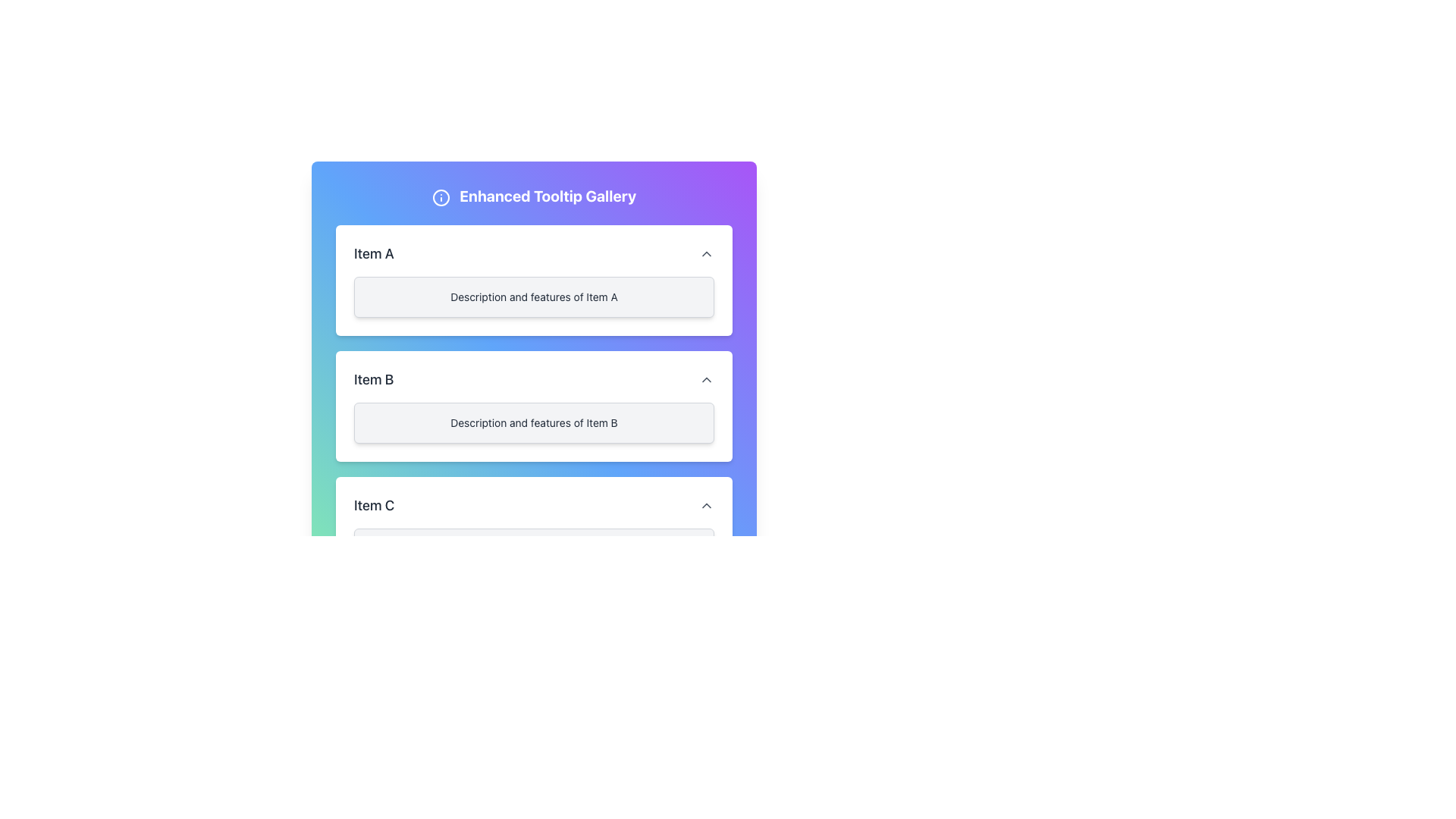 The height and width of the screenshot is (819, 1456). What do you see at coordinates (705, 506) in the screenshot?
I see `the button with an upward chevron icon located to the far right of the 'Item C' label` at bounding box center [705, 506].